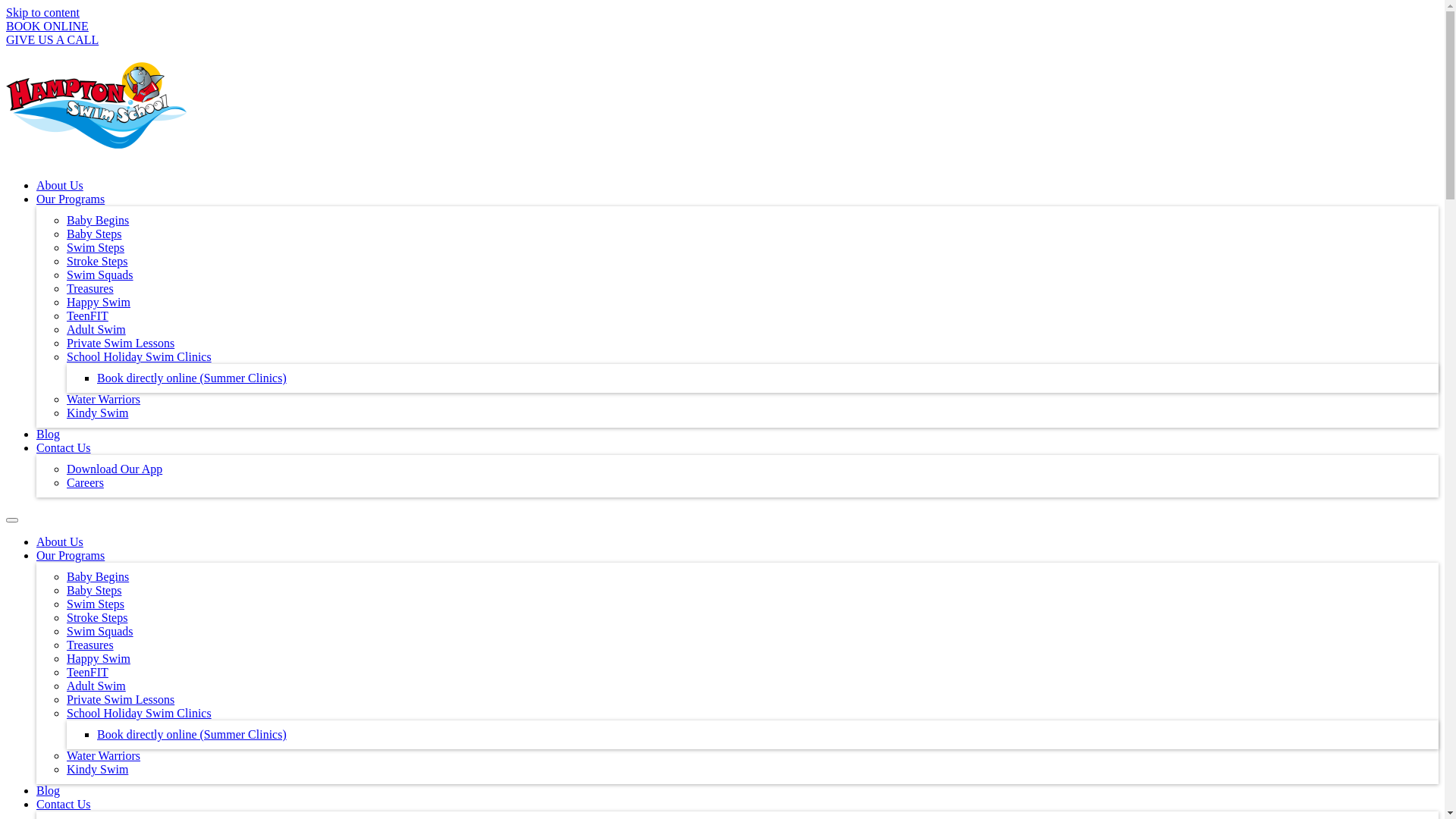 The width and height of the screenshot is (1456, 819). I want to click on 'Book directly online (Summer Clinics)', so click(191, 377).